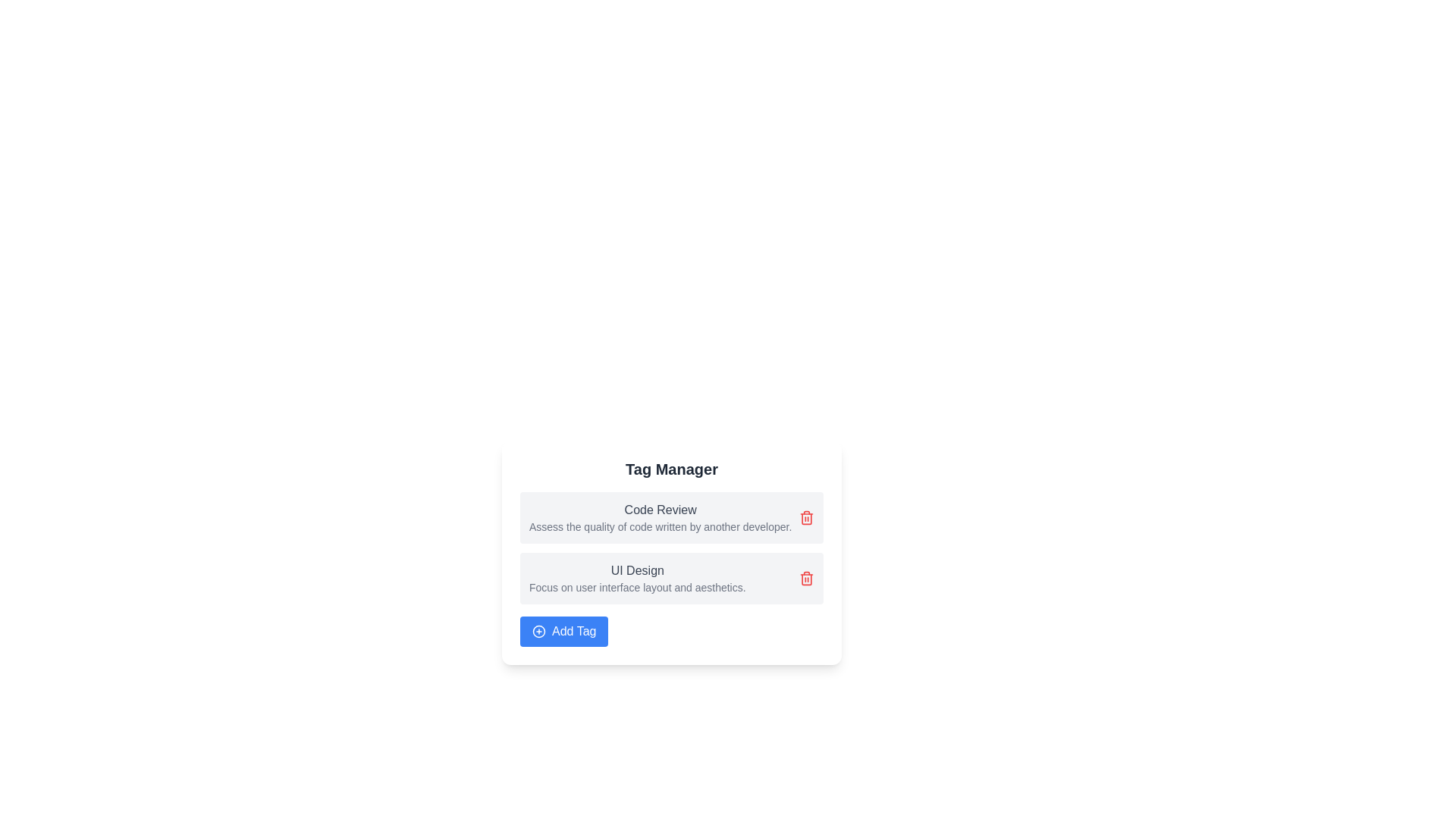 The width and height of the screenshot is (1456, 819). Describe the element at coordinates (538, 632) in the screenshot. I see `the circle SVG element that is part of the 'Add Tag' button in the 'Tag Manager' interface by hovering over its center` at that location.